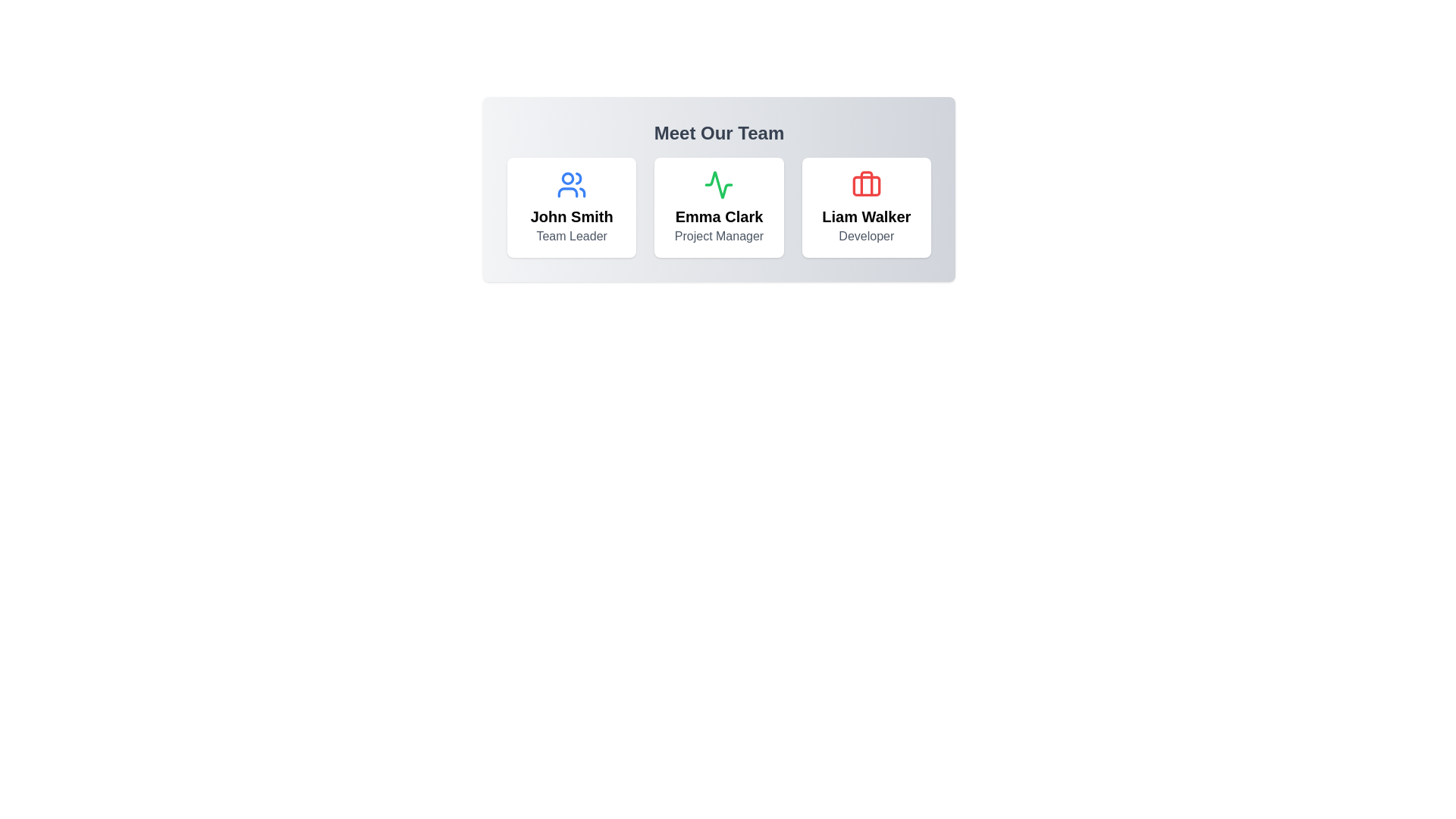 The width and height of the screenshot is (1456, 819). Describe the element at coordinates (718, 189) in the screenshot. I see `the individual employee cards within the 'Meet Our Team' section, which features a light gradient gray background and rounded corners` at that location.